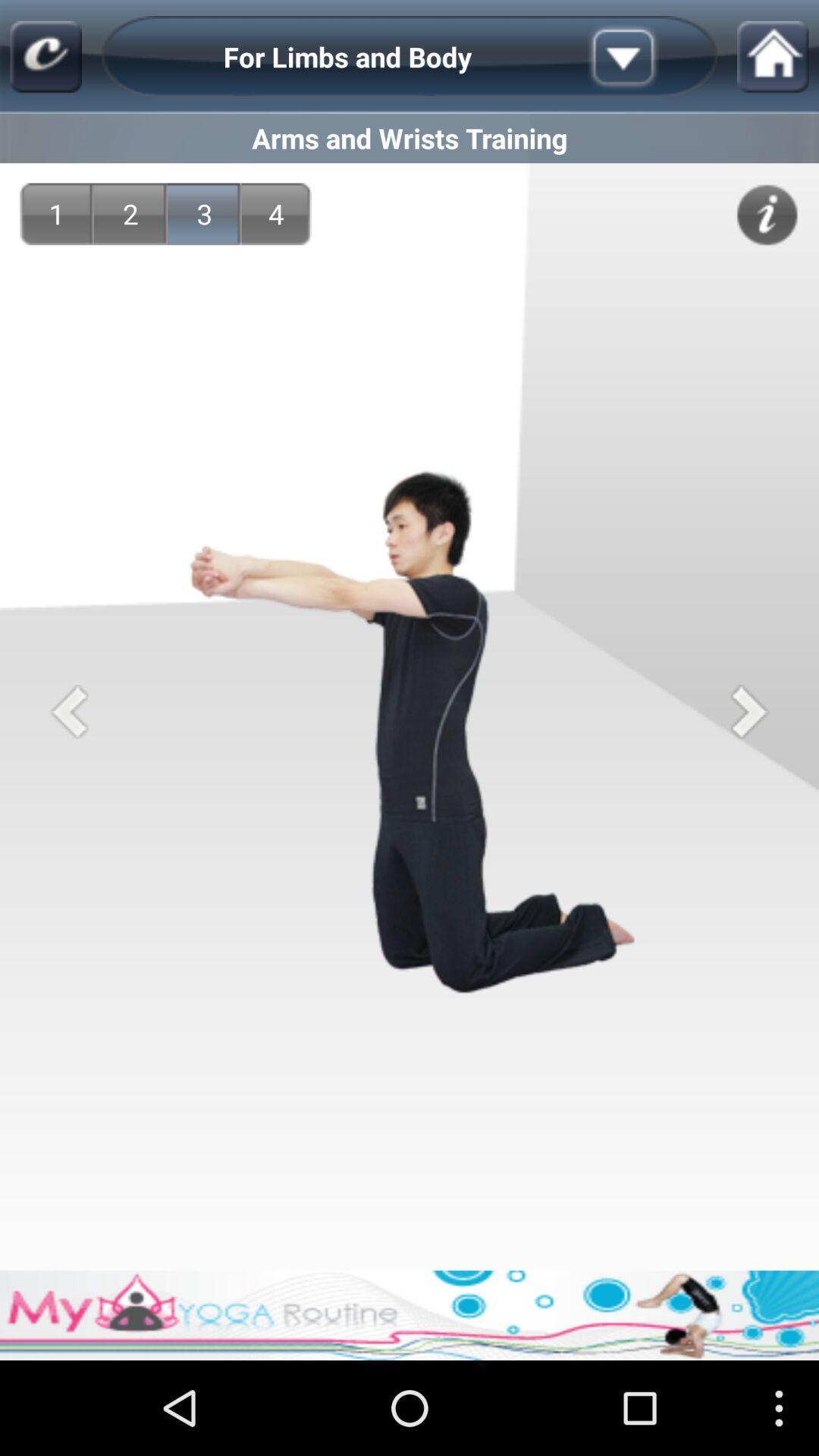 The width and height of the screenshot is (819, 1456). Describe the element at coordinates (45, 57) in the screenshot. I see `icon to the left of the for limbs and` at that location.